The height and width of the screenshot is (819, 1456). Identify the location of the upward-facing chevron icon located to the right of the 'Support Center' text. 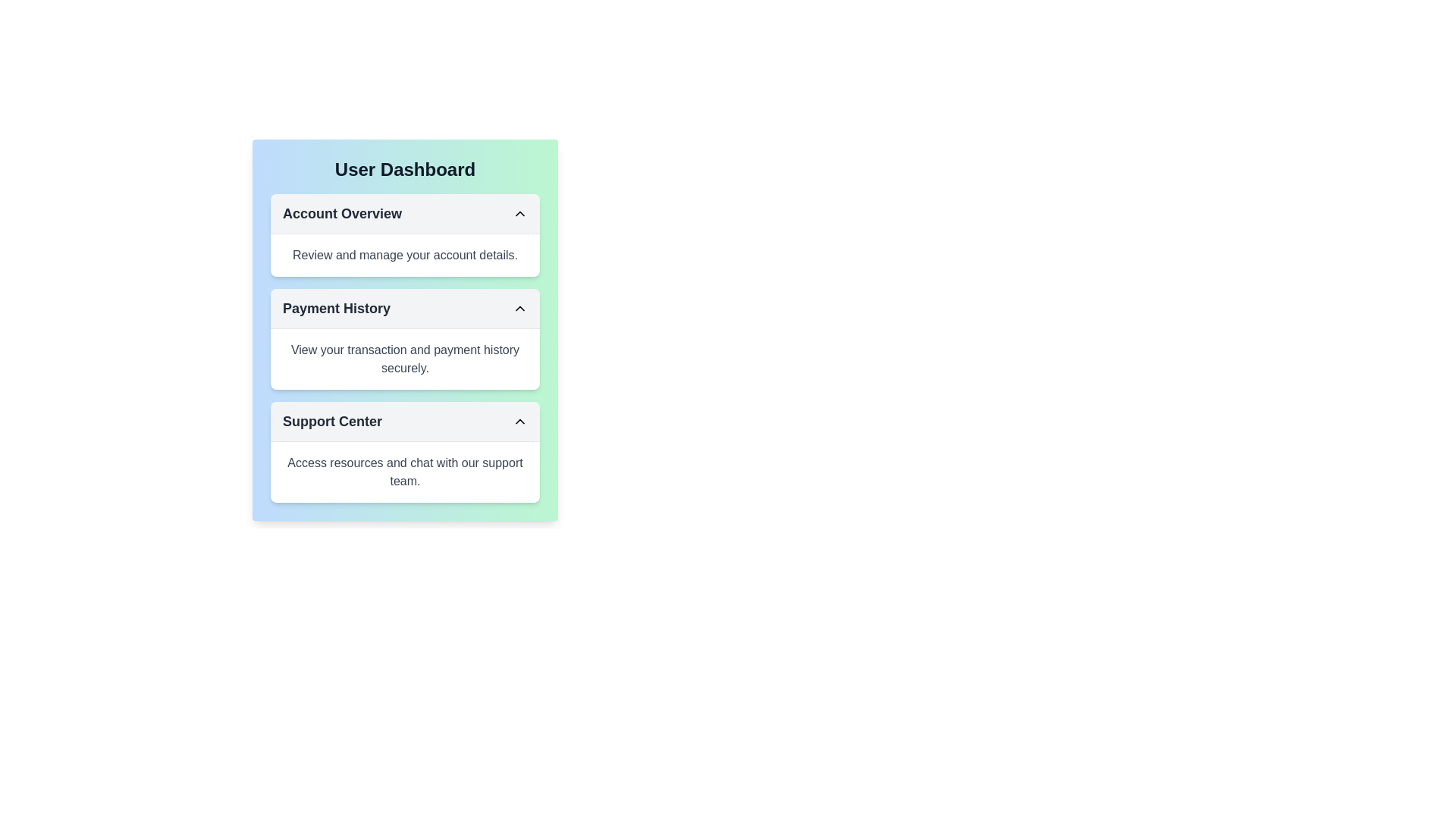
(520, 421).